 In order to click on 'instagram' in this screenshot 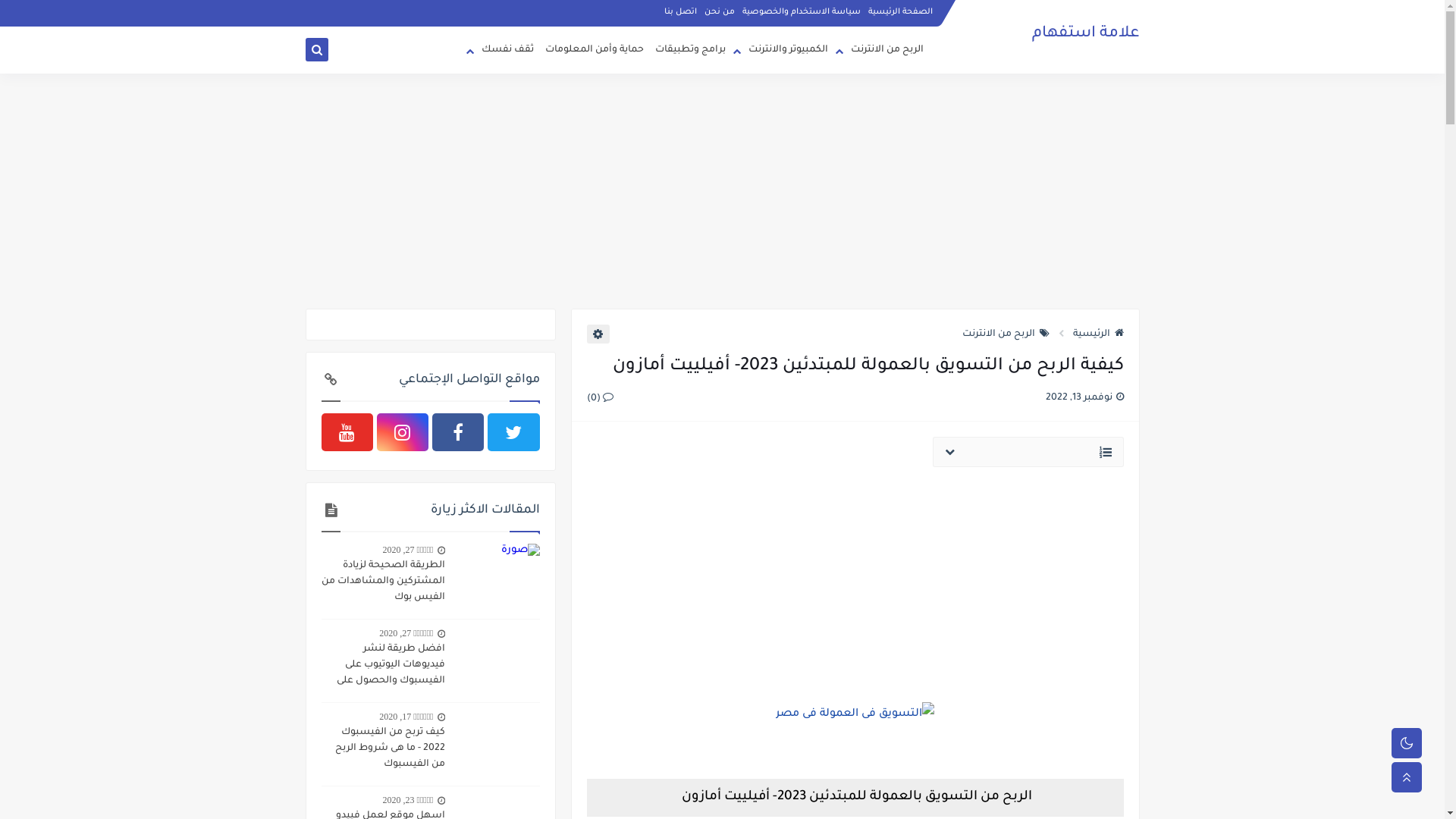, I will do `click(403, 432)`.